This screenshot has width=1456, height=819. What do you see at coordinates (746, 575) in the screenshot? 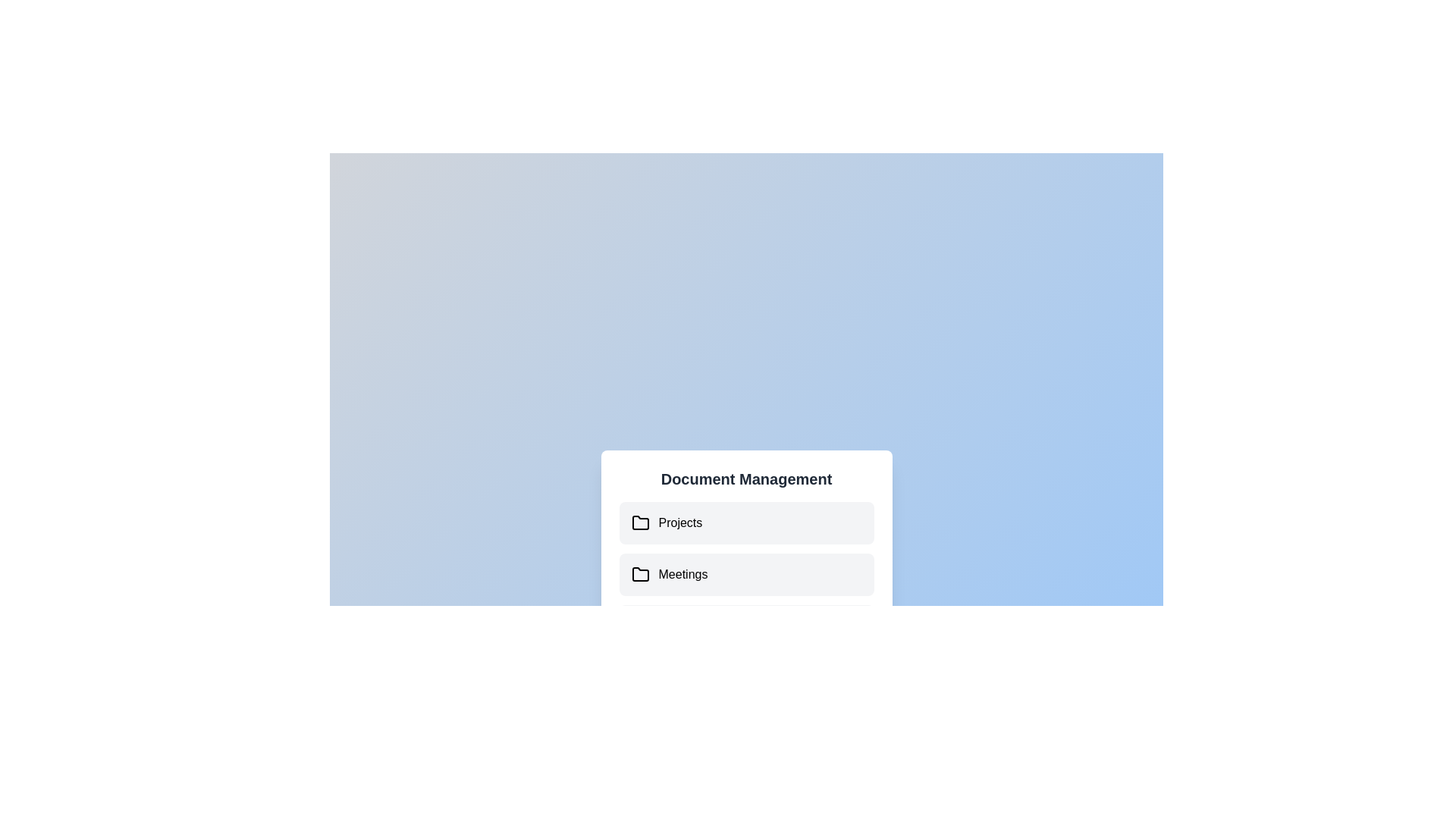
I see `the document 'Project Report.pdf' under the folder 'Meetings'` at bounding box center [746, 575].